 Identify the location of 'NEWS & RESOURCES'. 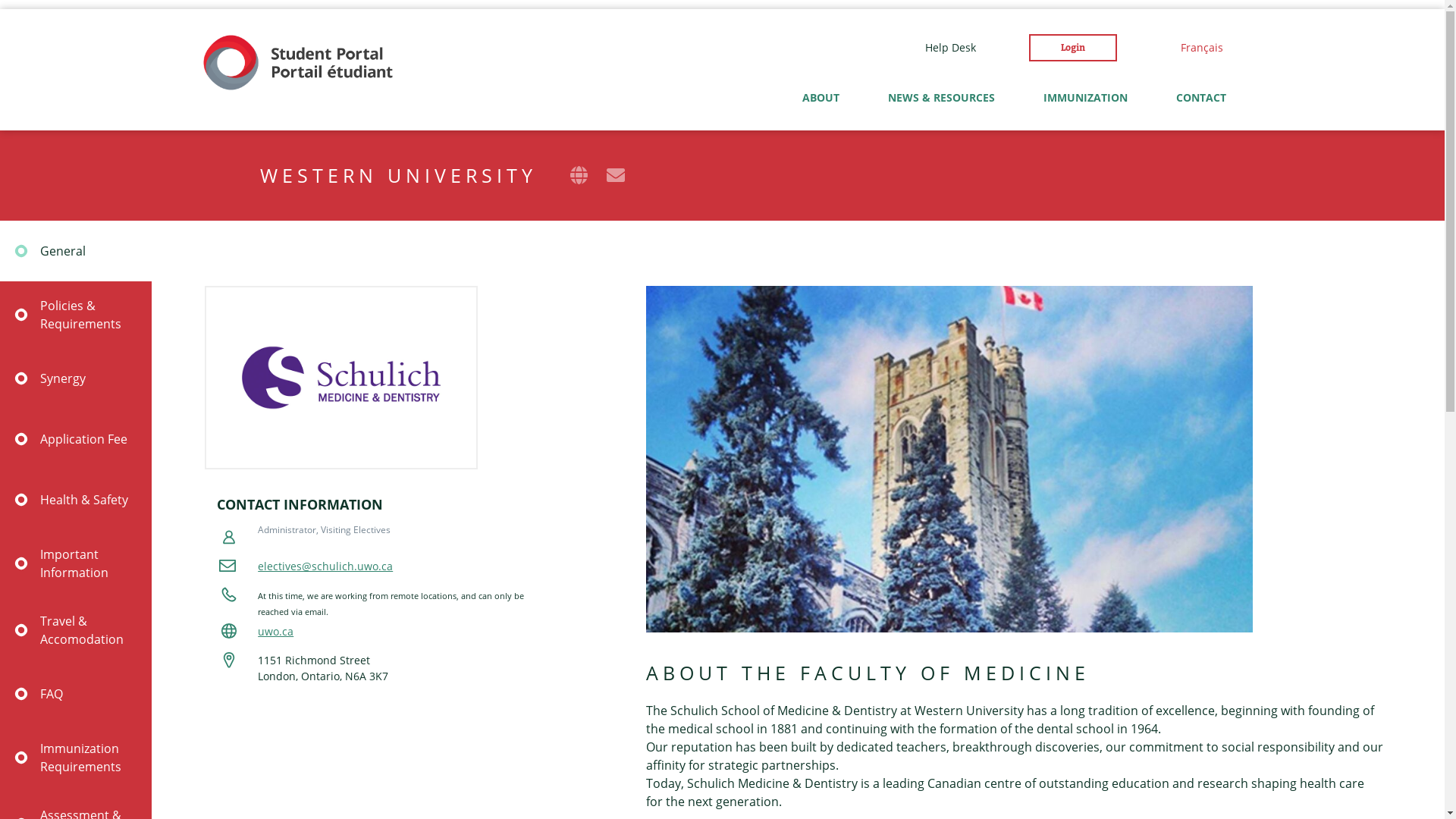
(940, 97).